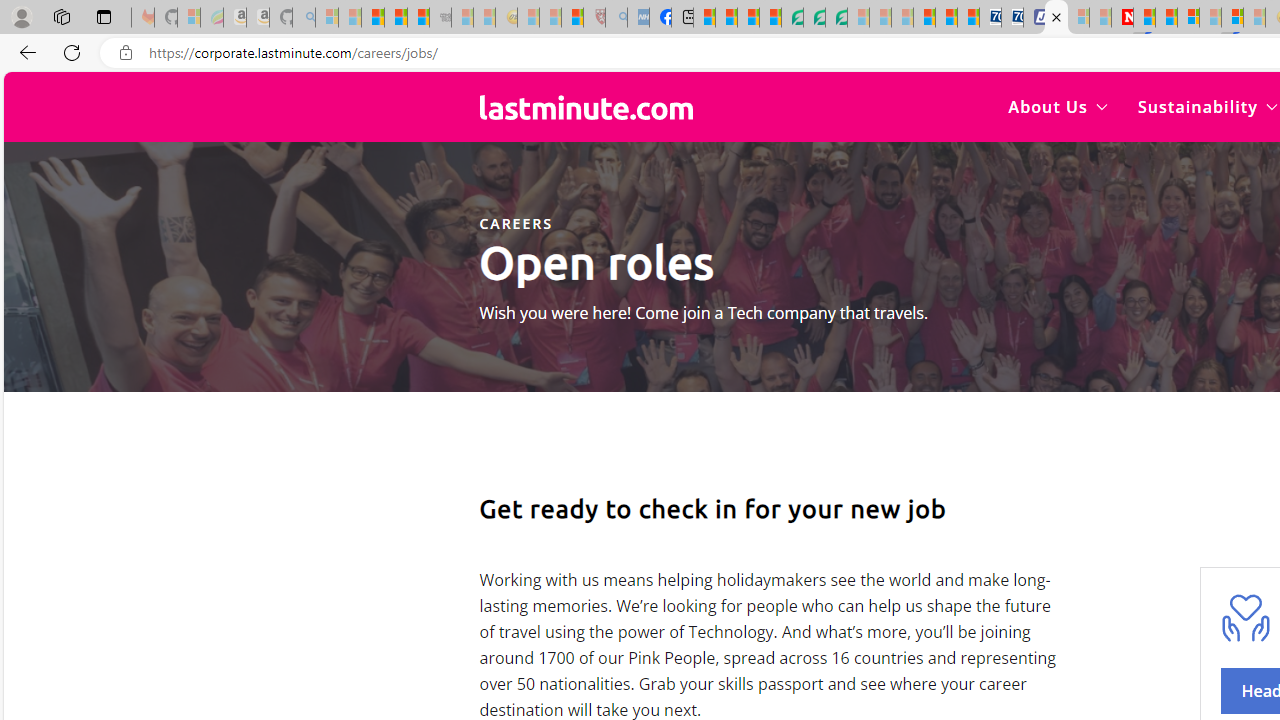 The image size is (1280, 720). What do you see at coordinates (593, 17) in the screenshot?
I see `'Robert H. Shmerling, MD - Harvard Health - Sleeping'` at bounding box center [593, 17].